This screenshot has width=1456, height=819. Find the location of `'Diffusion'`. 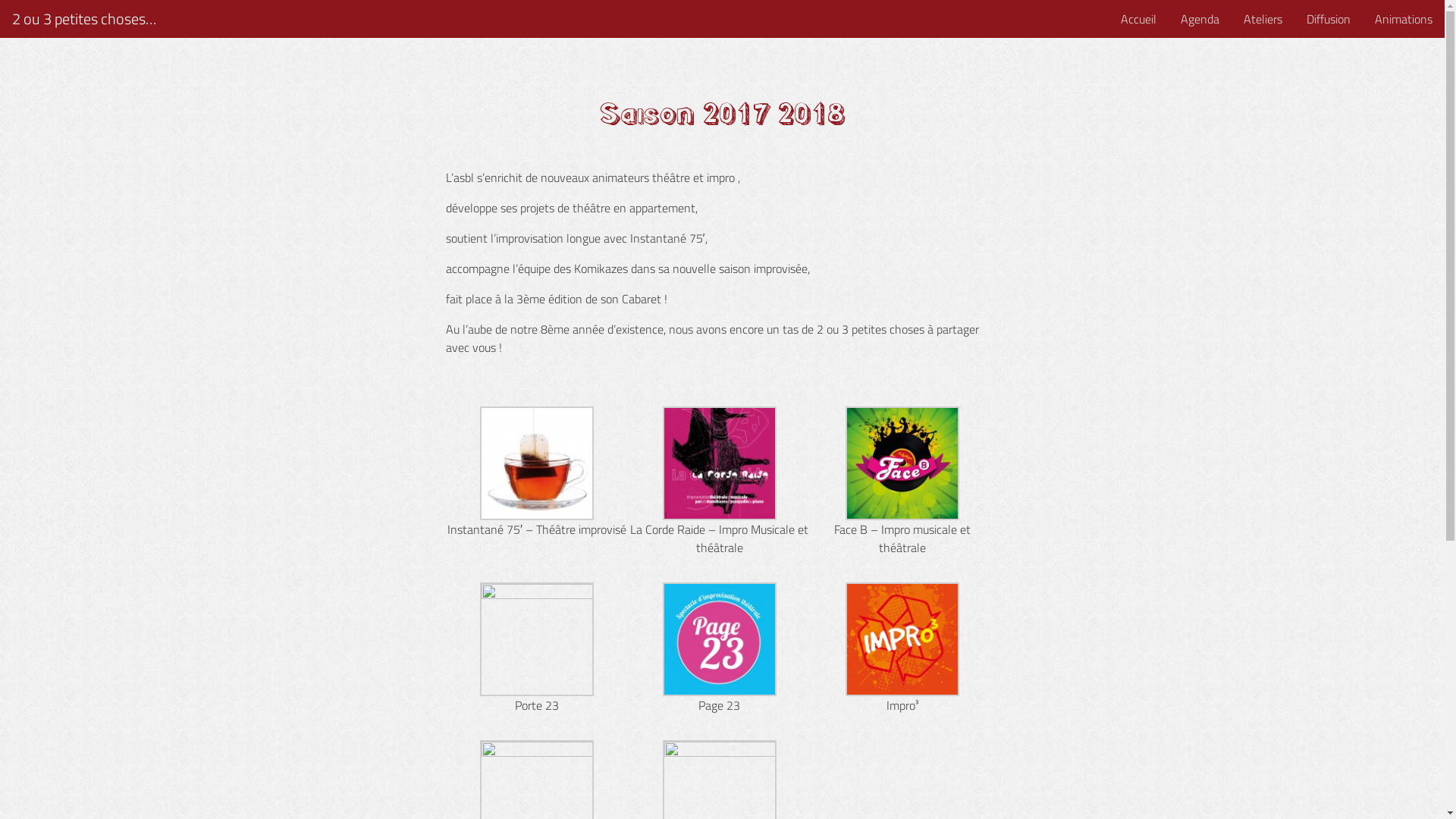

'Diffusion' is located at coordinates (1294, 18).